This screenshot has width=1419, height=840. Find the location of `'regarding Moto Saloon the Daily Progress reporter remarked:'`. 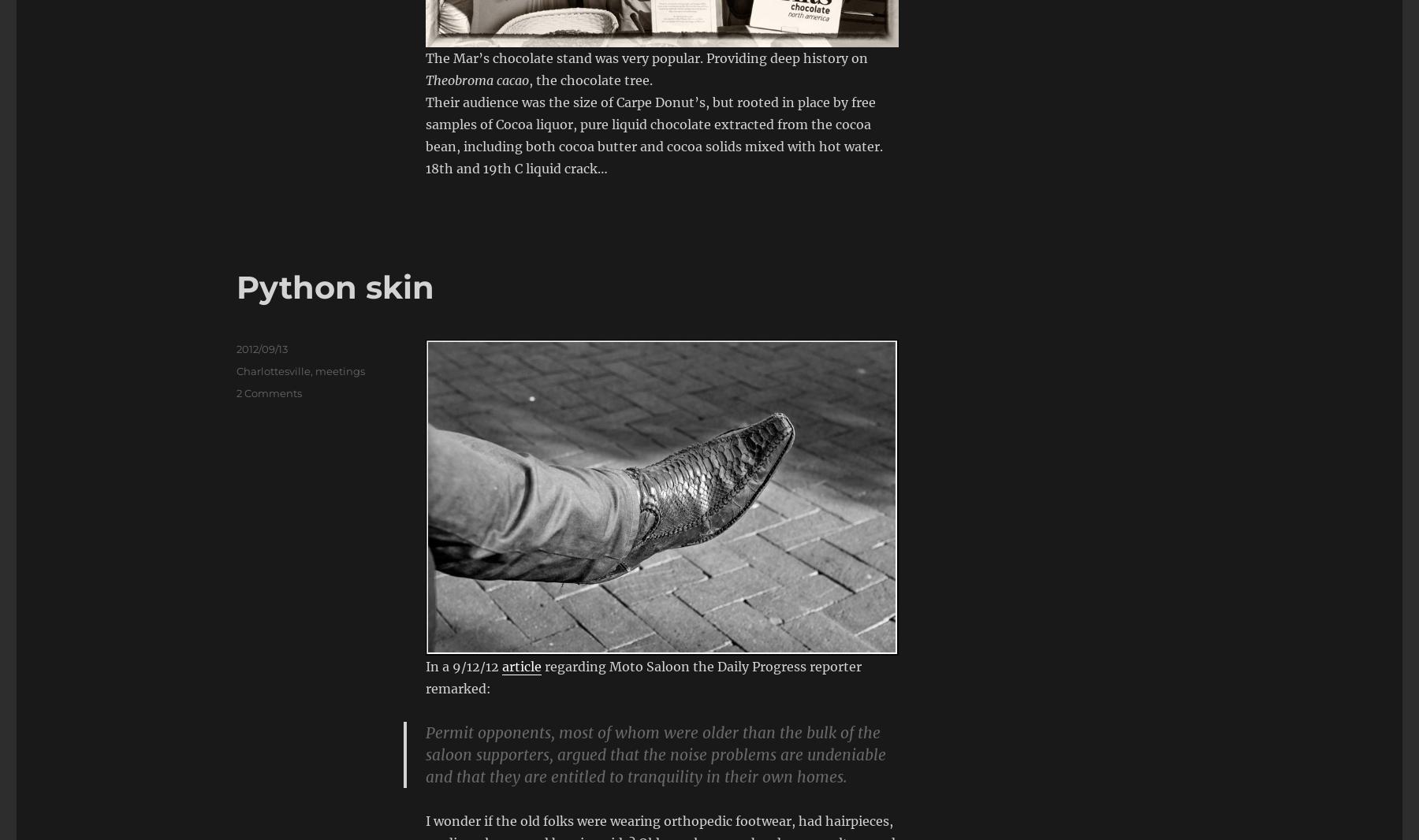

'regarding Moto Saloon the Daily Progress reporter remarked:' is located at coordinates (425, 678).